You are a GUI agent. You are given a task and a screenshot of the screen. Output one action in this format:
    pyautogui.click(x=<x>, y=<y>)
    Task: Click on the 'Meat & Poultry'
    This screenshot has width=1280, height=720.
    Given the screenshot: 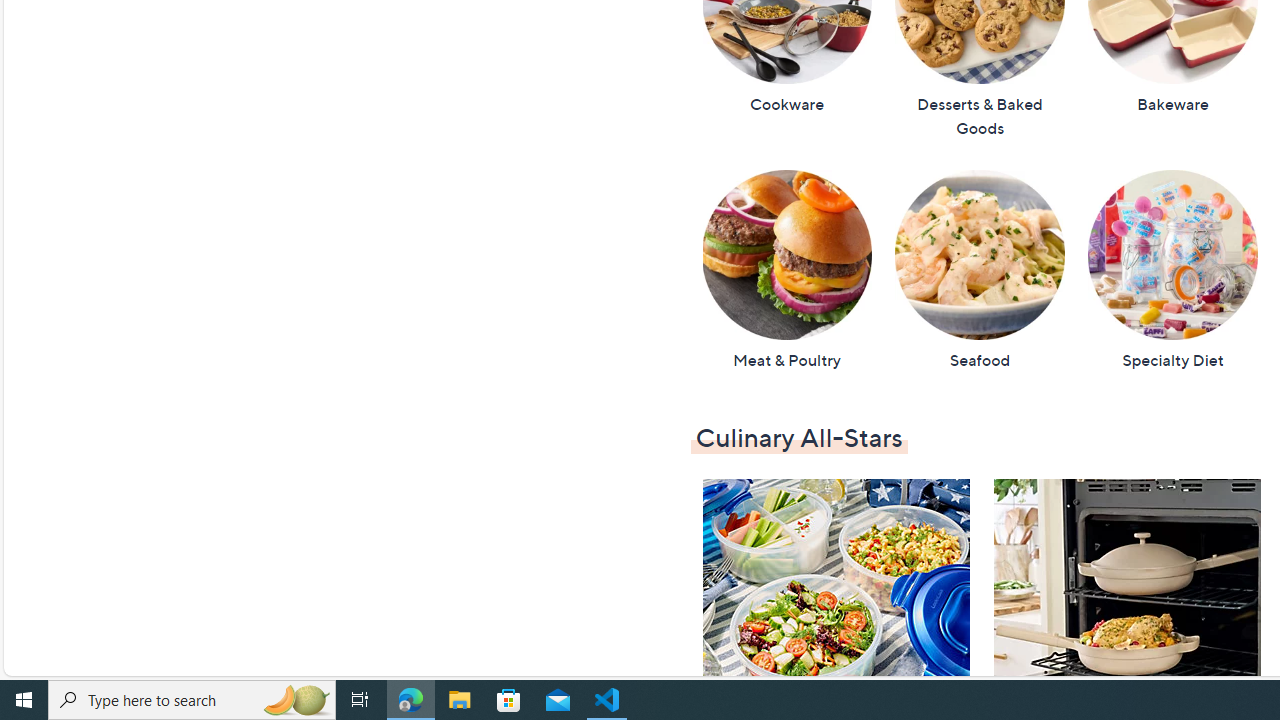 What is the action you would take?
    pyautogui.click(x=785, y=270)
    